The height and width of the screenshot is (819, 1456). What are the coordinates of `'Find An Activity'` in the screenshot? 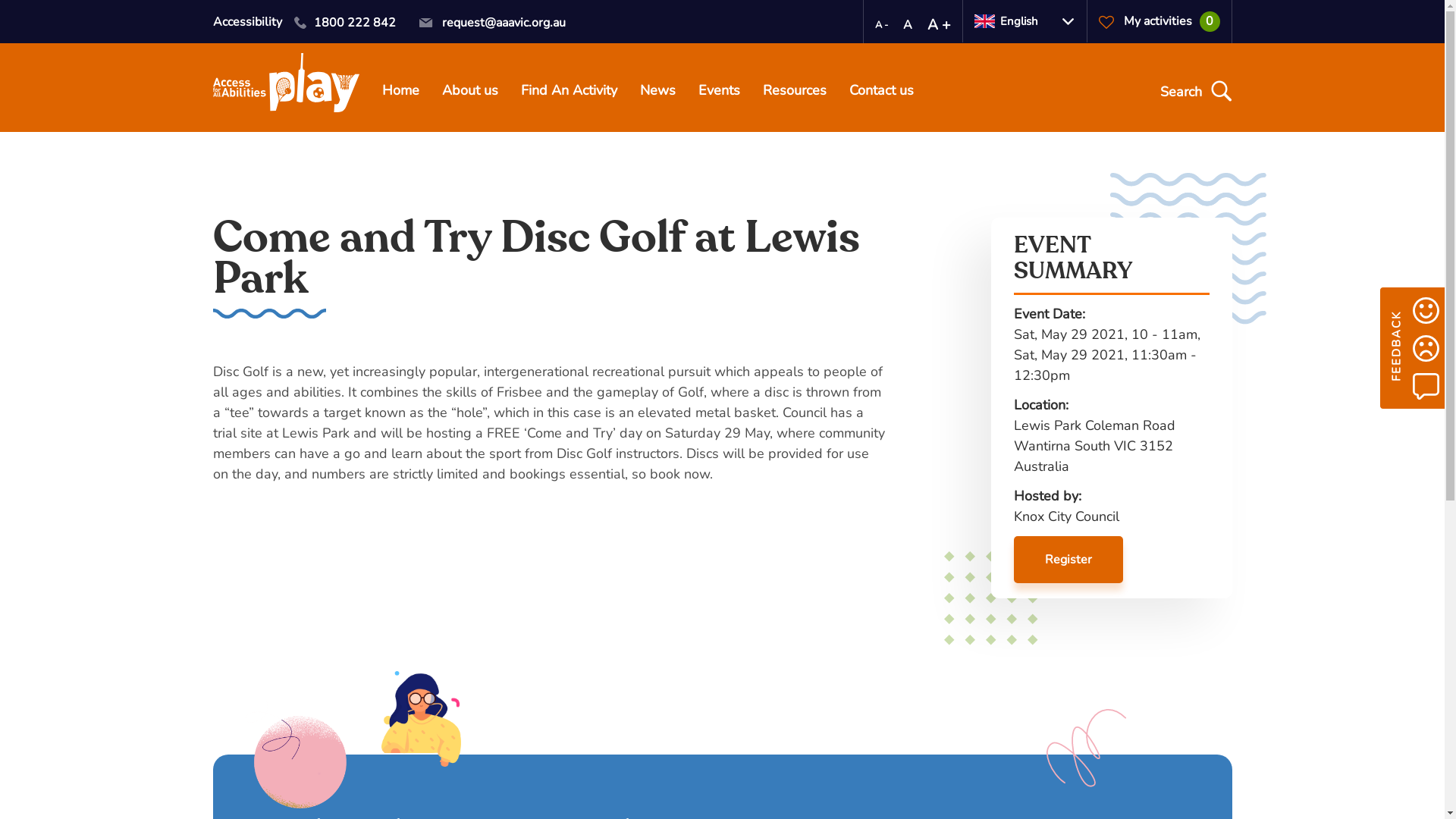 It's located at (567, 92).